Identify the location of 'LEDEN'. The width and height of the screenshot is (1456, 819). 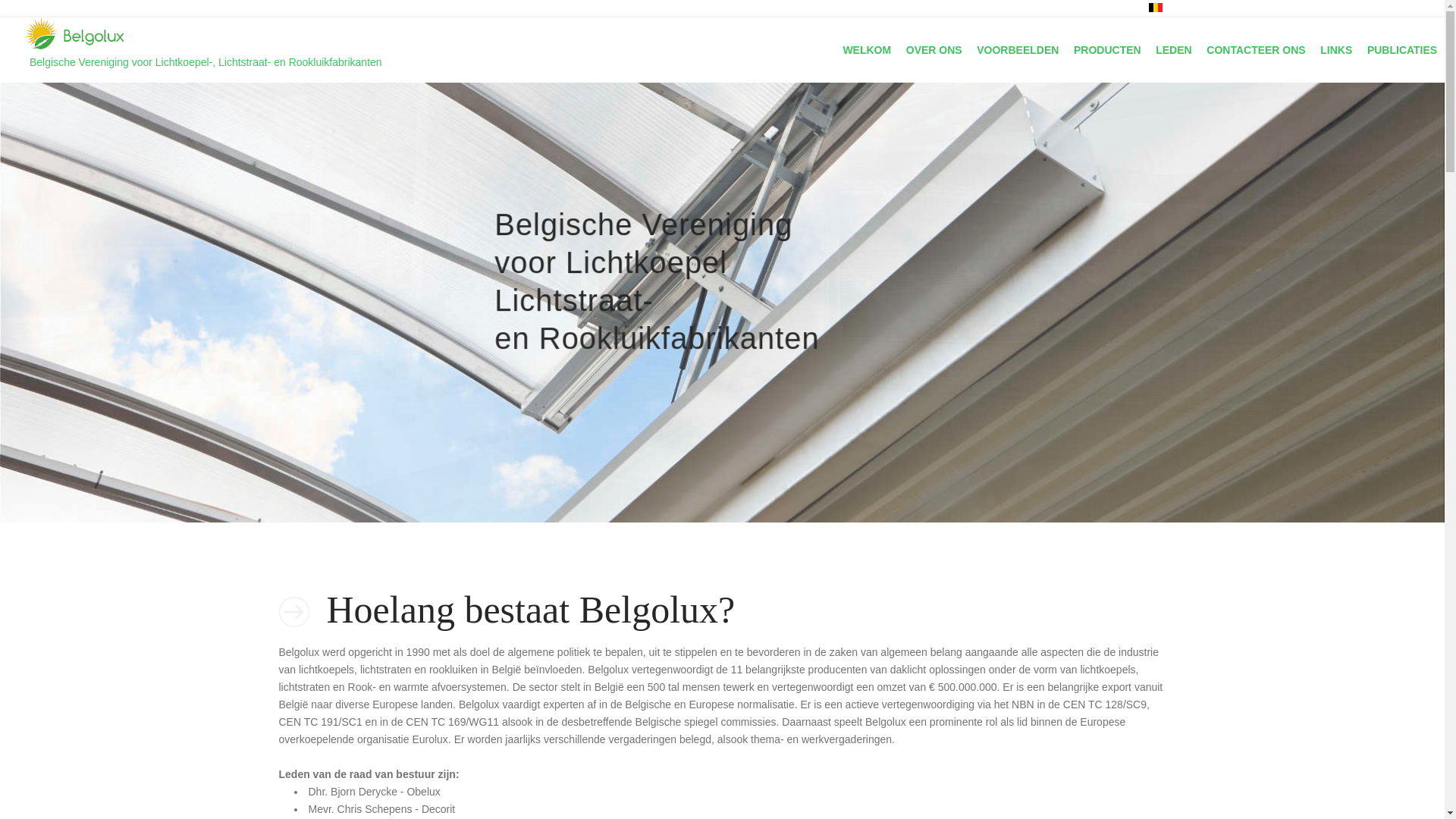
(1172, 49).